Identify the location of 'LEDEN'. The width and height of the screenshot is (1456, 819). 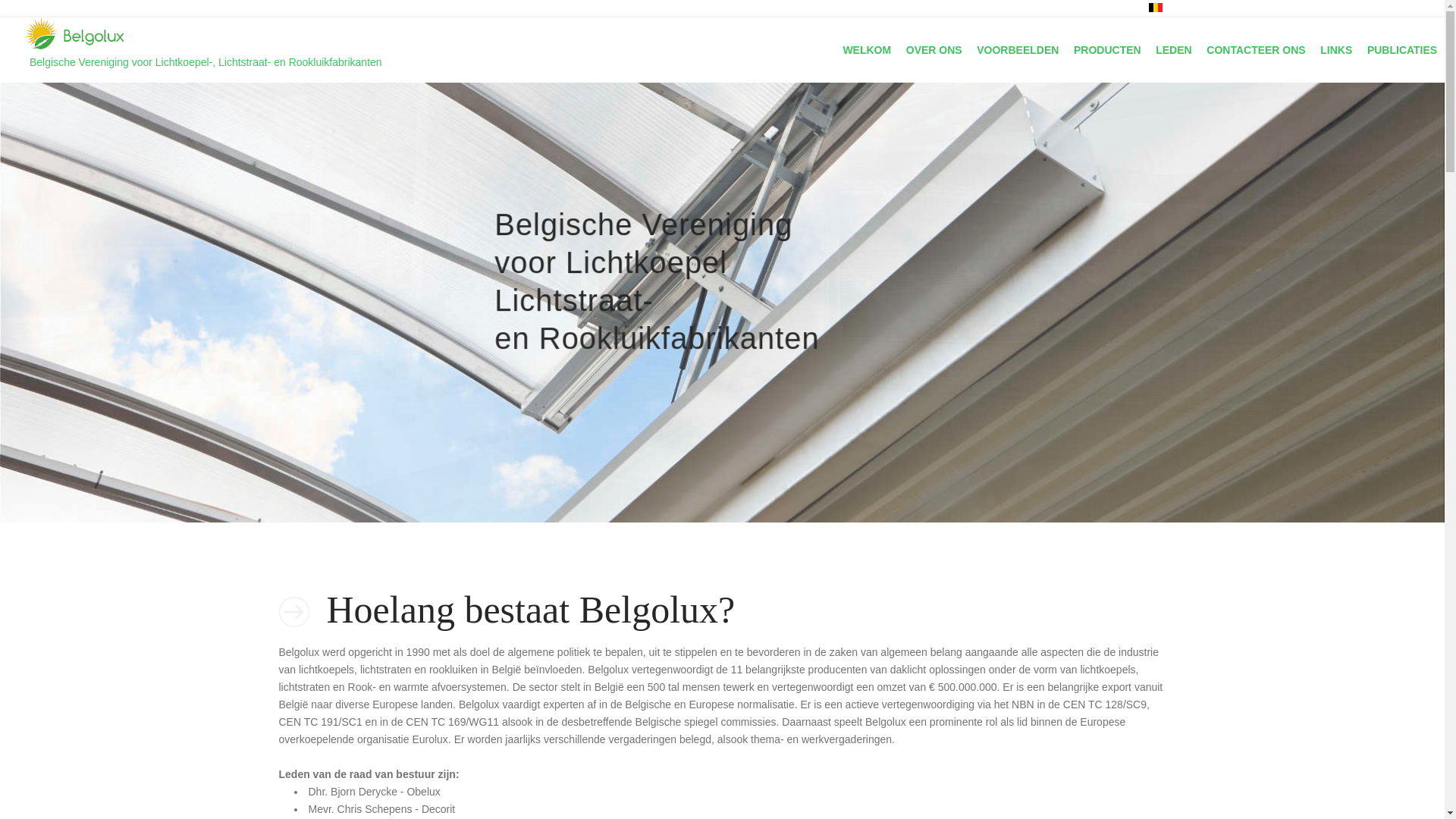
(1172, 49).